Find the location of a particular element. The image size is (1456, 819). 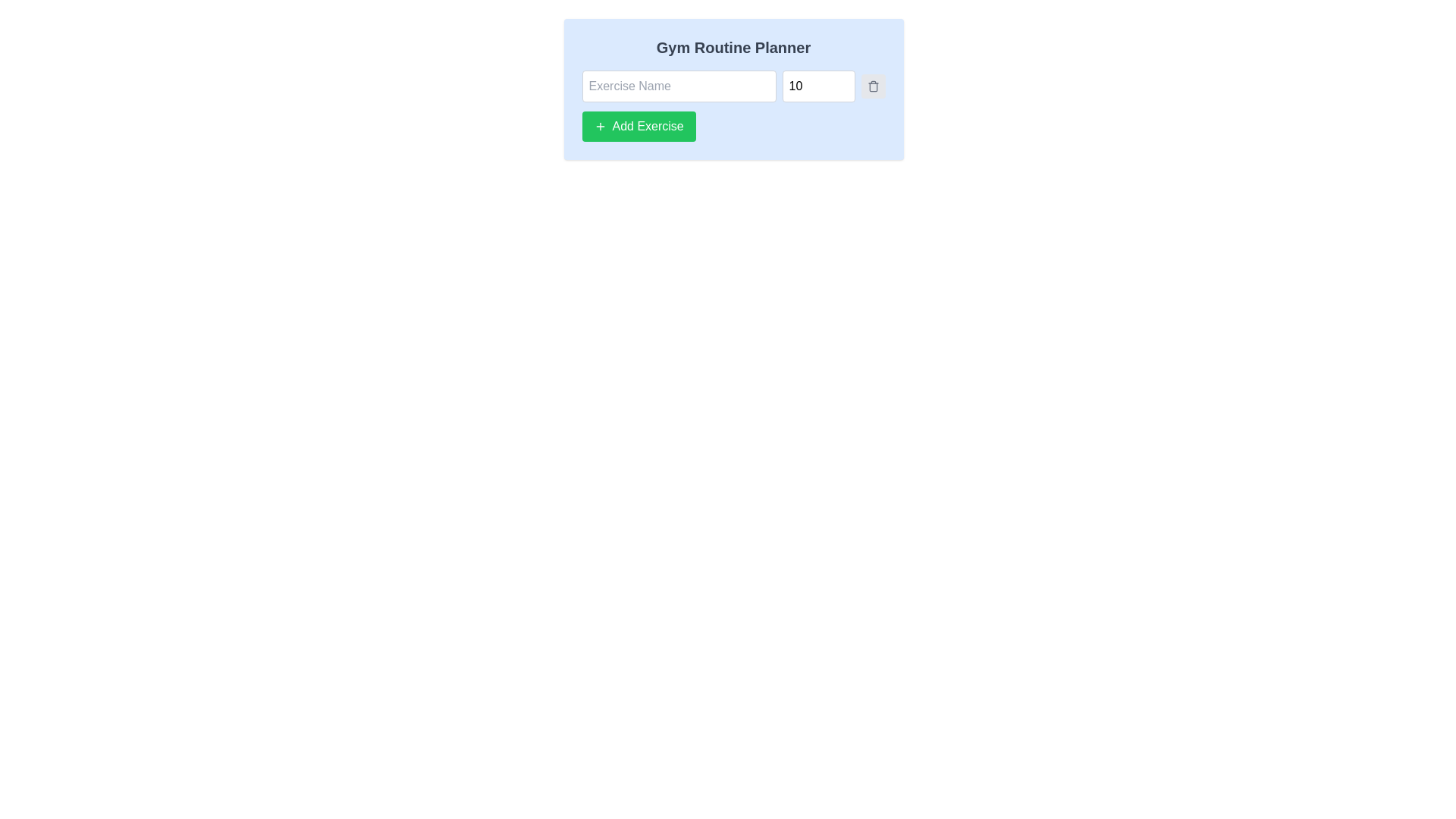

the trash bin icon inside the interactive button located at the upper-right corner of the form, which has a gray background that turns red upon hover is located at coordinates (873, 86).